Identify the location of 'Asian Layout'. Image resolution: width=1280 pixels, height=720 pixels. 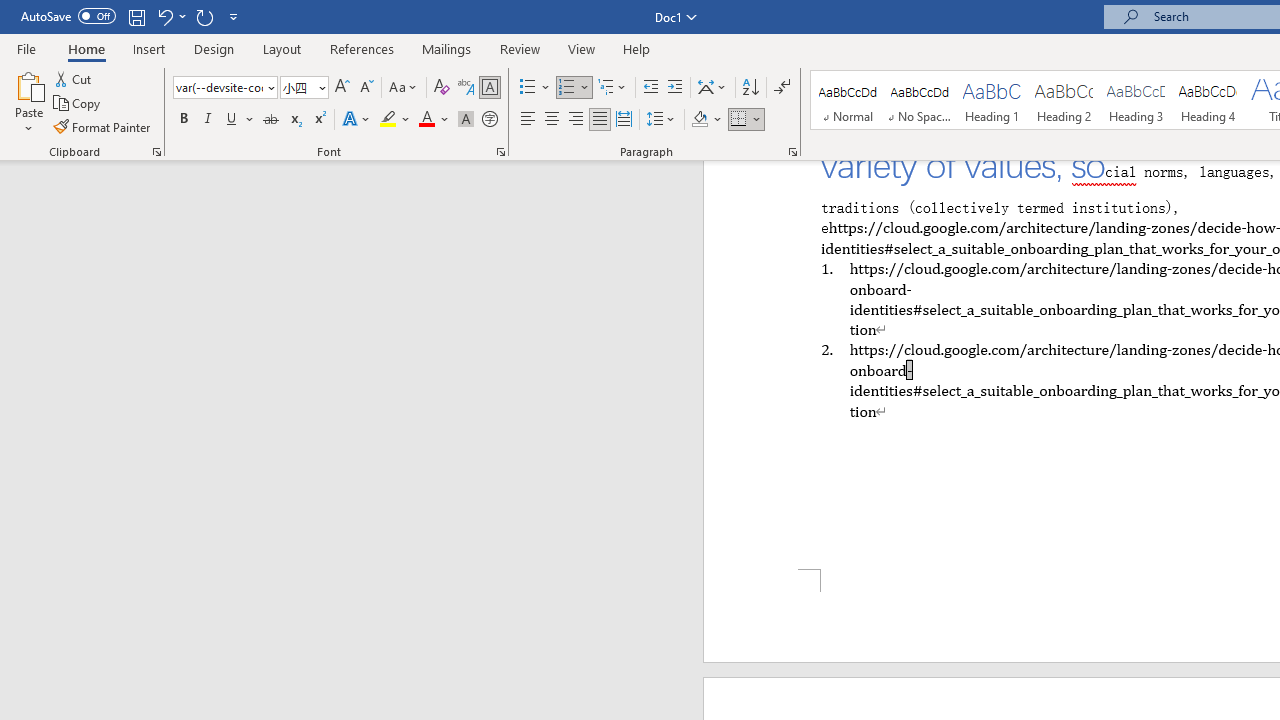
(712, 86).